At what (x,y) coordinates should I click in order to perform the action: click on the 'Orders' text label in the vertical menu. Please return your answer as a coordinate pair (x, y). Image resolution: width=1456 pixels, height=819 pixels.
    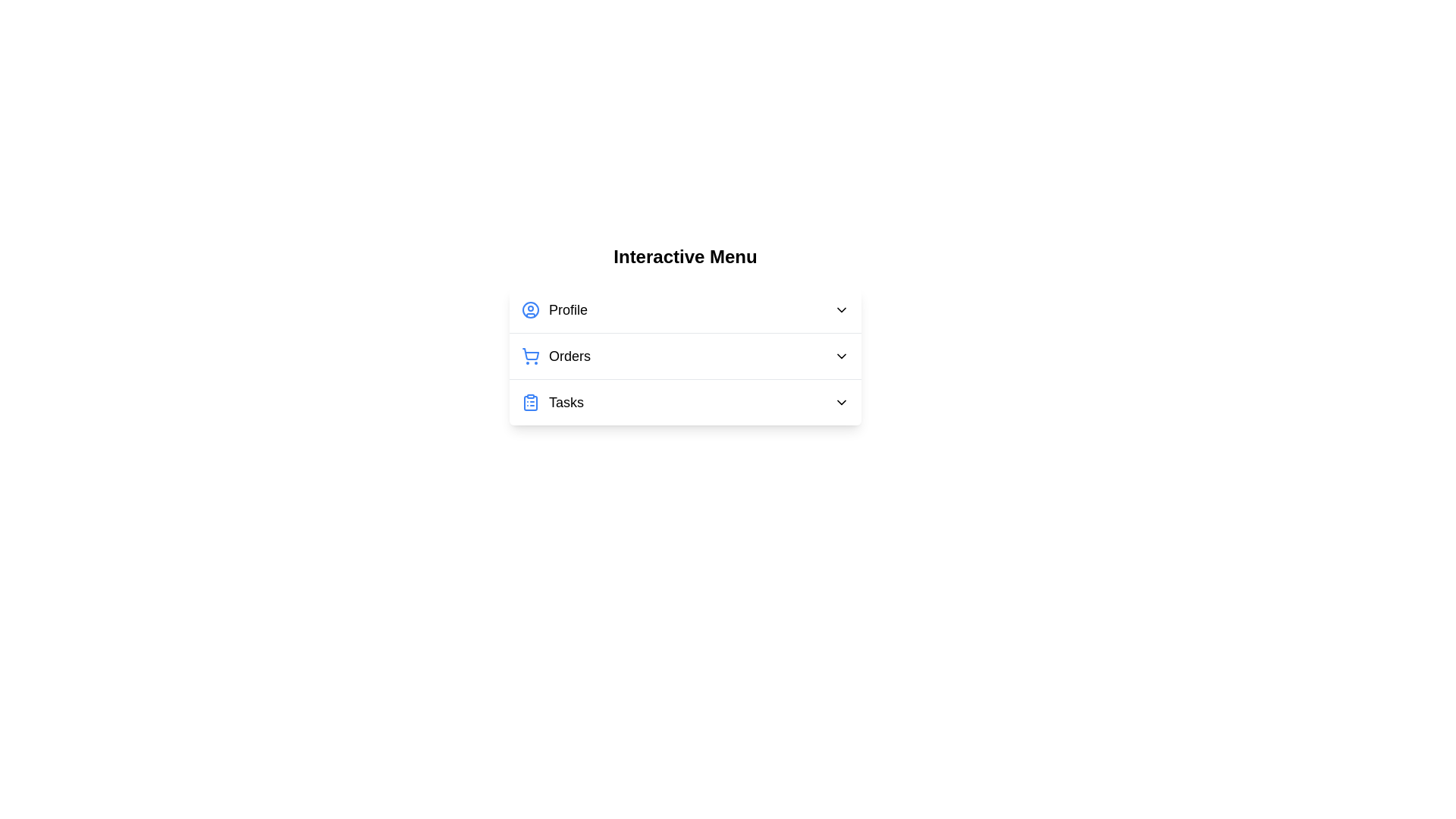
    Looking at the image, I should click on (555, 356).